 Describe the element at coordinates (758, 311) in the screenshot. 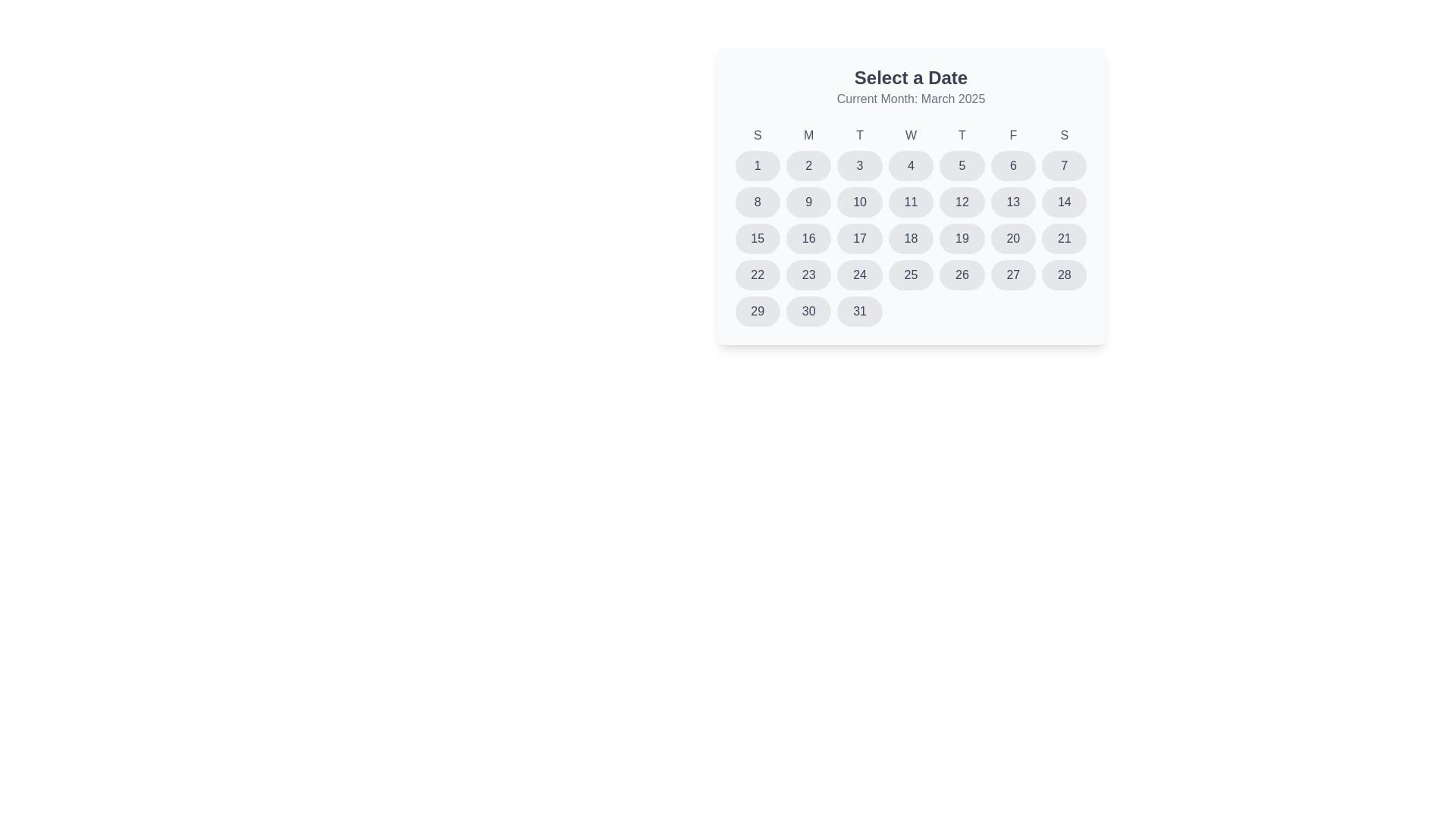

I see `the button representing the 29th day of the month` at that location.